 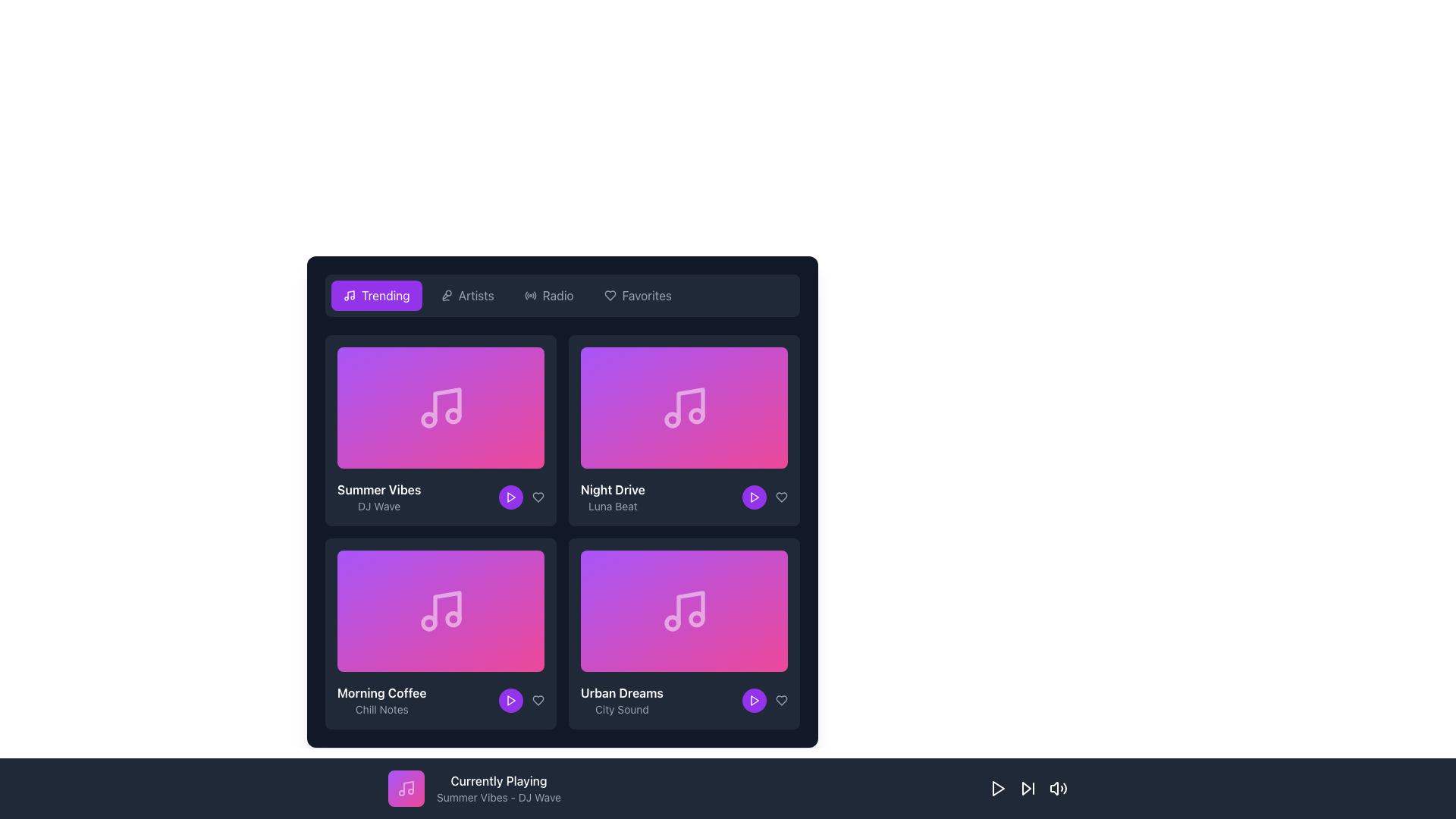 What do you see at coordinates (671, 420) in the screenshot?
I see `the lower circular component of the musical note icon in the 'Night Drive' card, which is semi-transparent white on a gradient pink background` at bounding box center [671, 420].